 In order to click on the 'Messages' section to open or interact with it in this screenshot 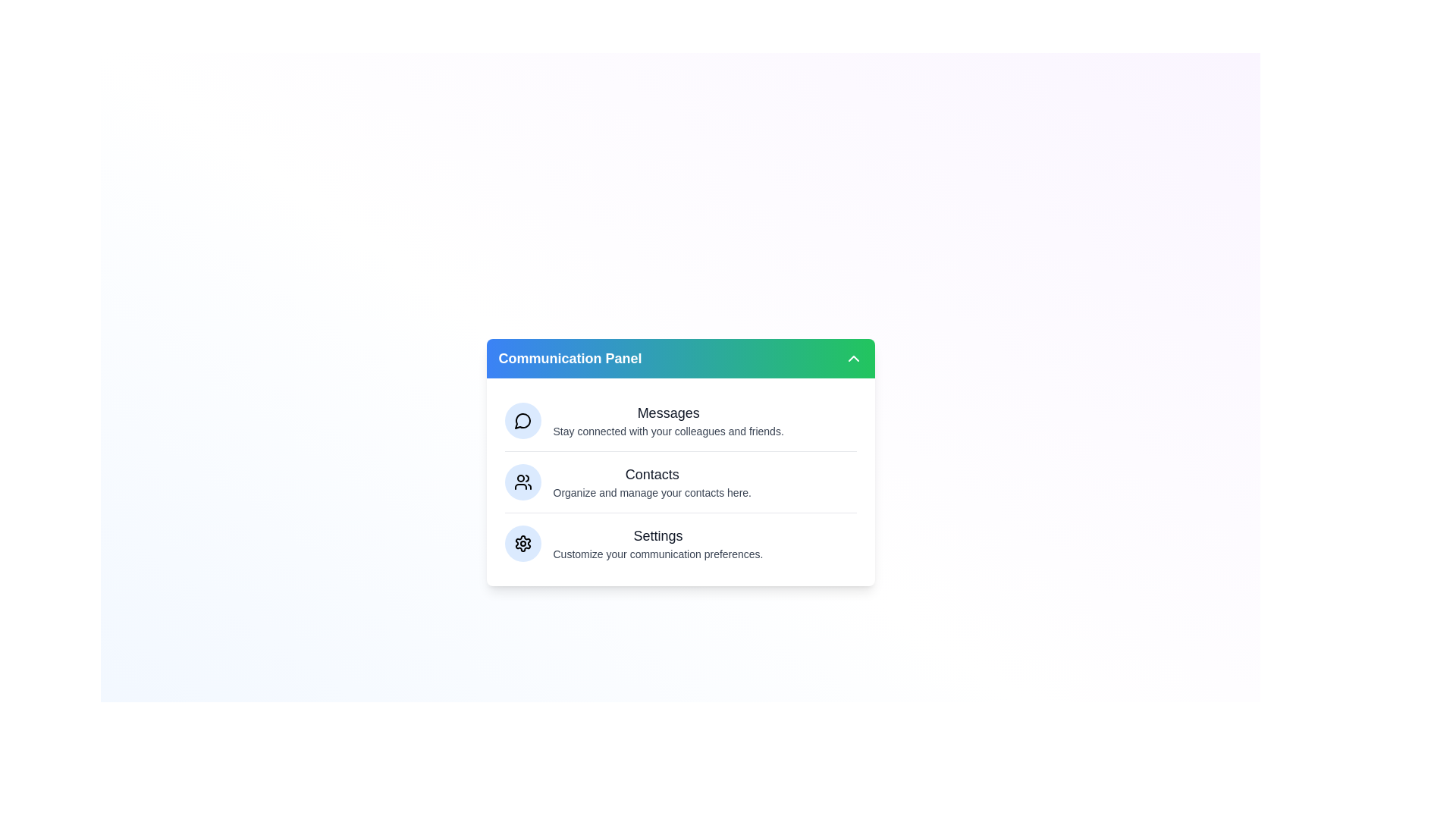, I will do `click(679, 421)`.